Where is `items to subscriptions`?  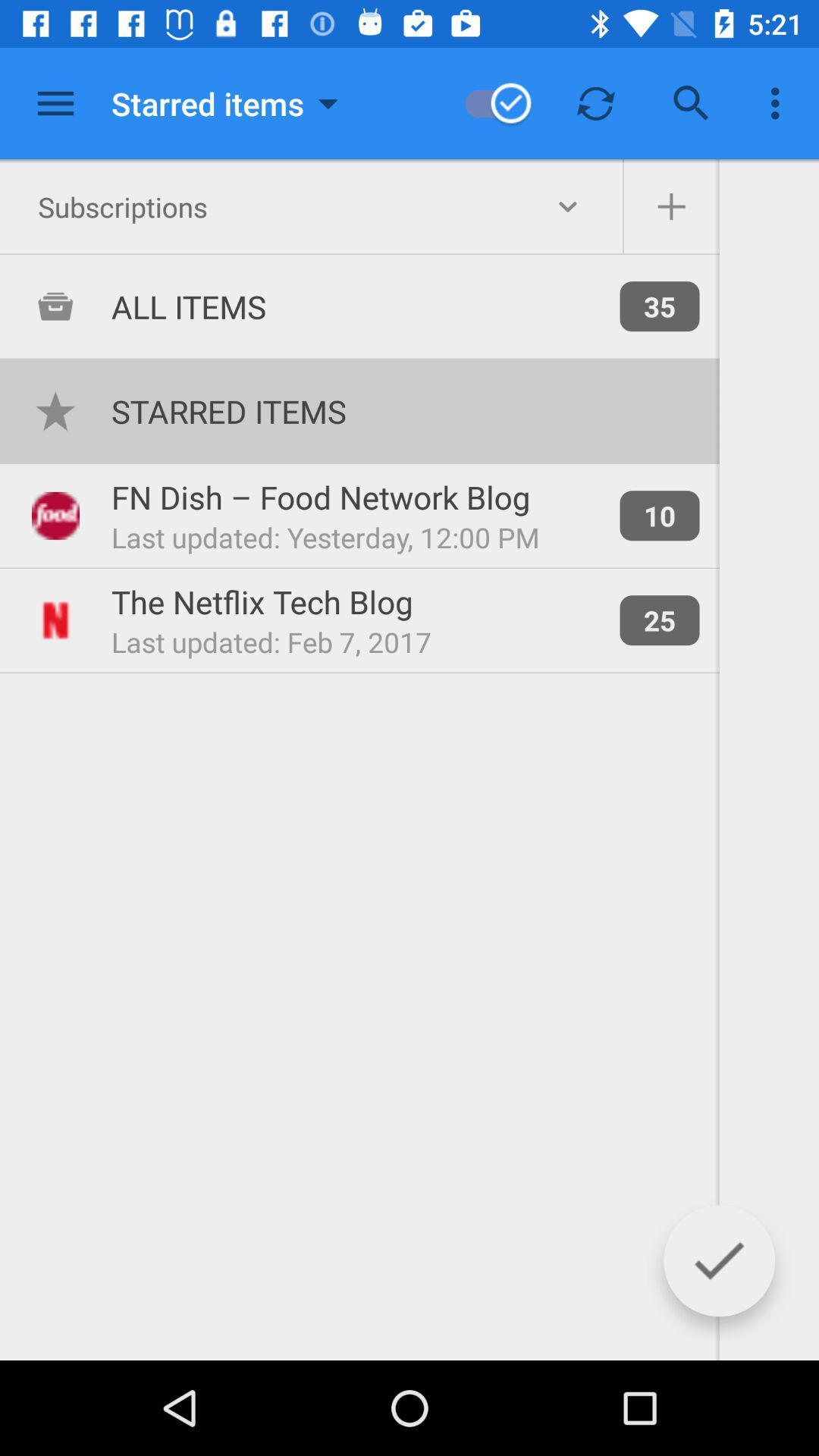 items to subscriptions is located at coordinates (670, 206).